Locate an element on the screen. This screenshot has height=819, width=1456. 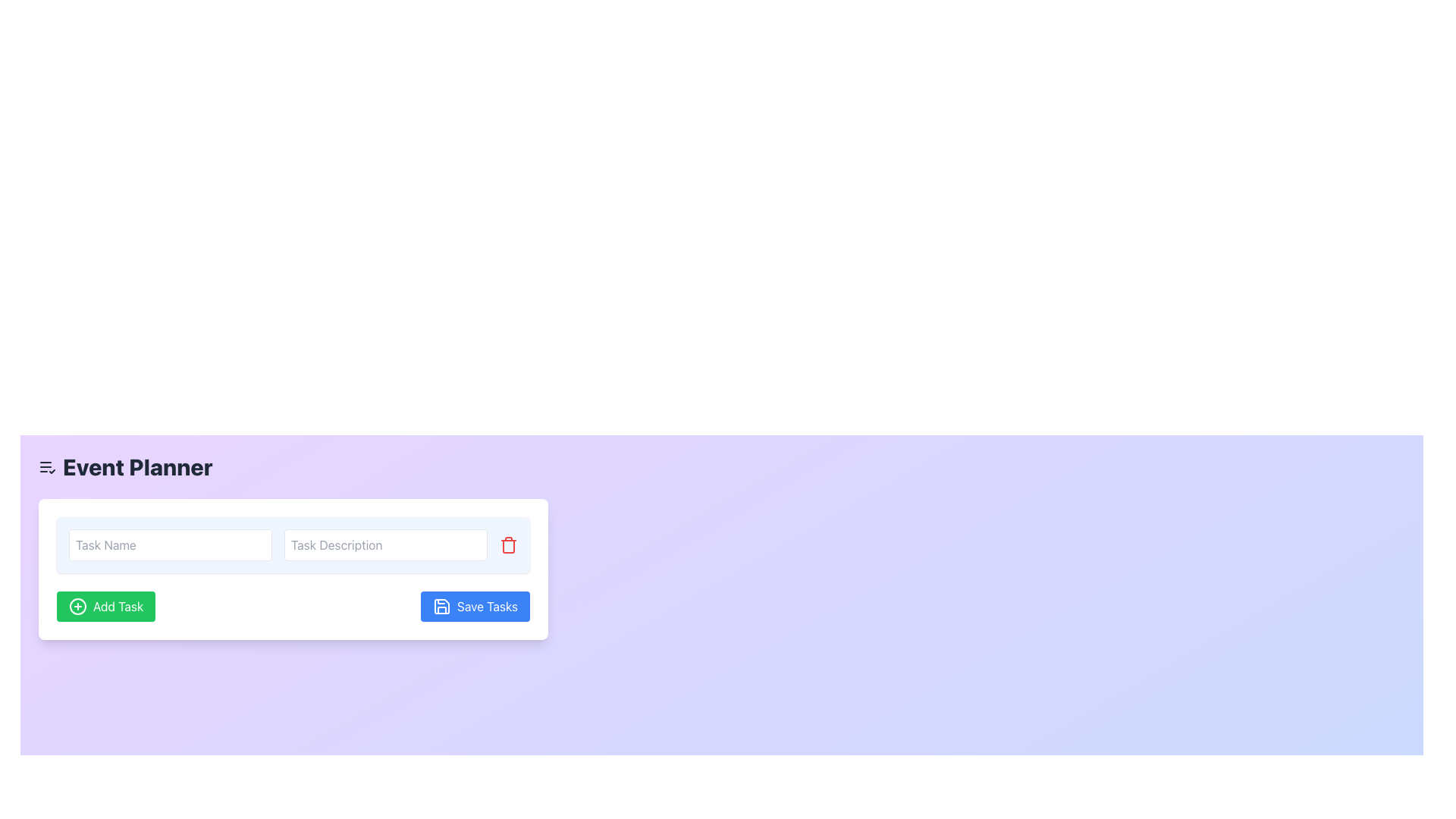
the Save icon located on the left within the blue Save Tasks button in the bottom-right area of the task management interface is located at coordinates (441, 605).